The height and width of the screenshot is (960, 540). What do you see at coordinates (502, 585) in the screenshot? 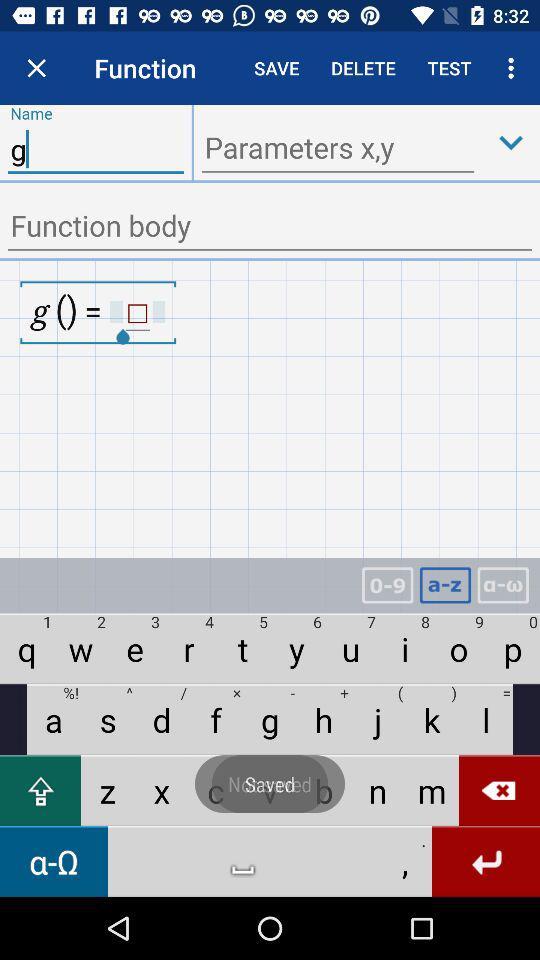
I see `the last text from right corner which is above the button p` at bounding box center [502, 585].